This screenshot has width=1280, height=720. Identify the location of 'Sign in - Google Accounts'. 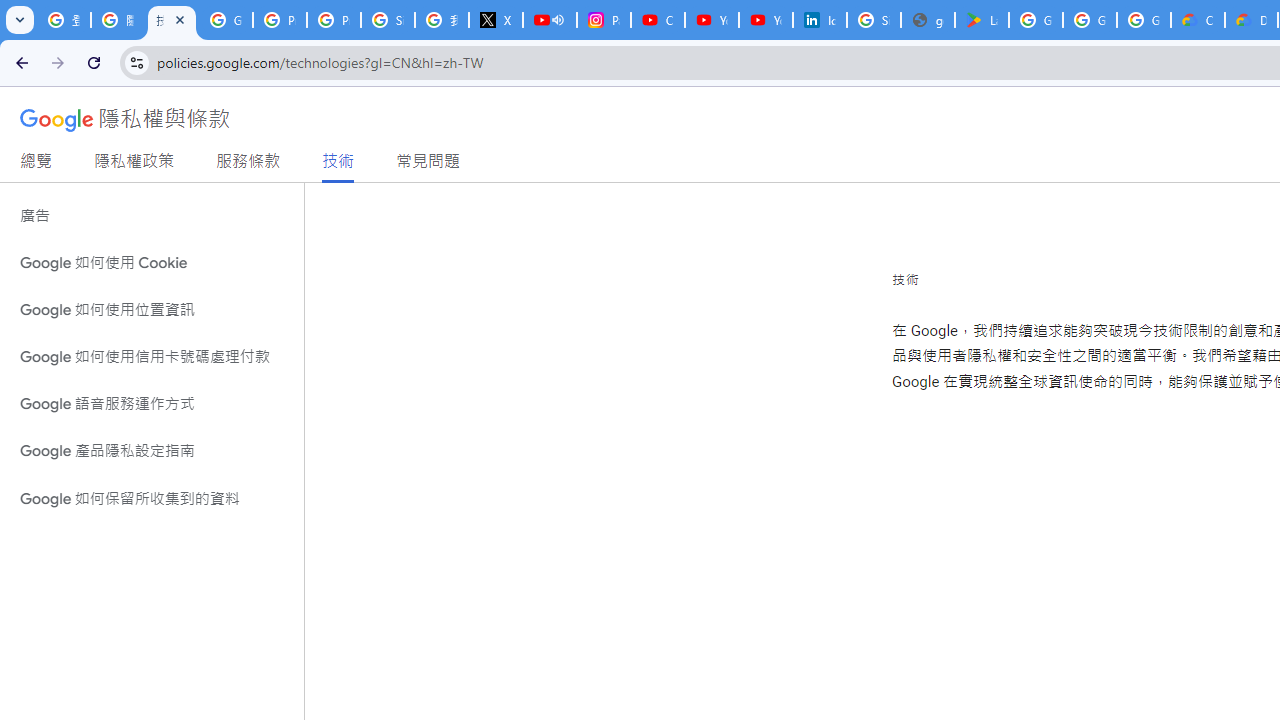
(387, 20).